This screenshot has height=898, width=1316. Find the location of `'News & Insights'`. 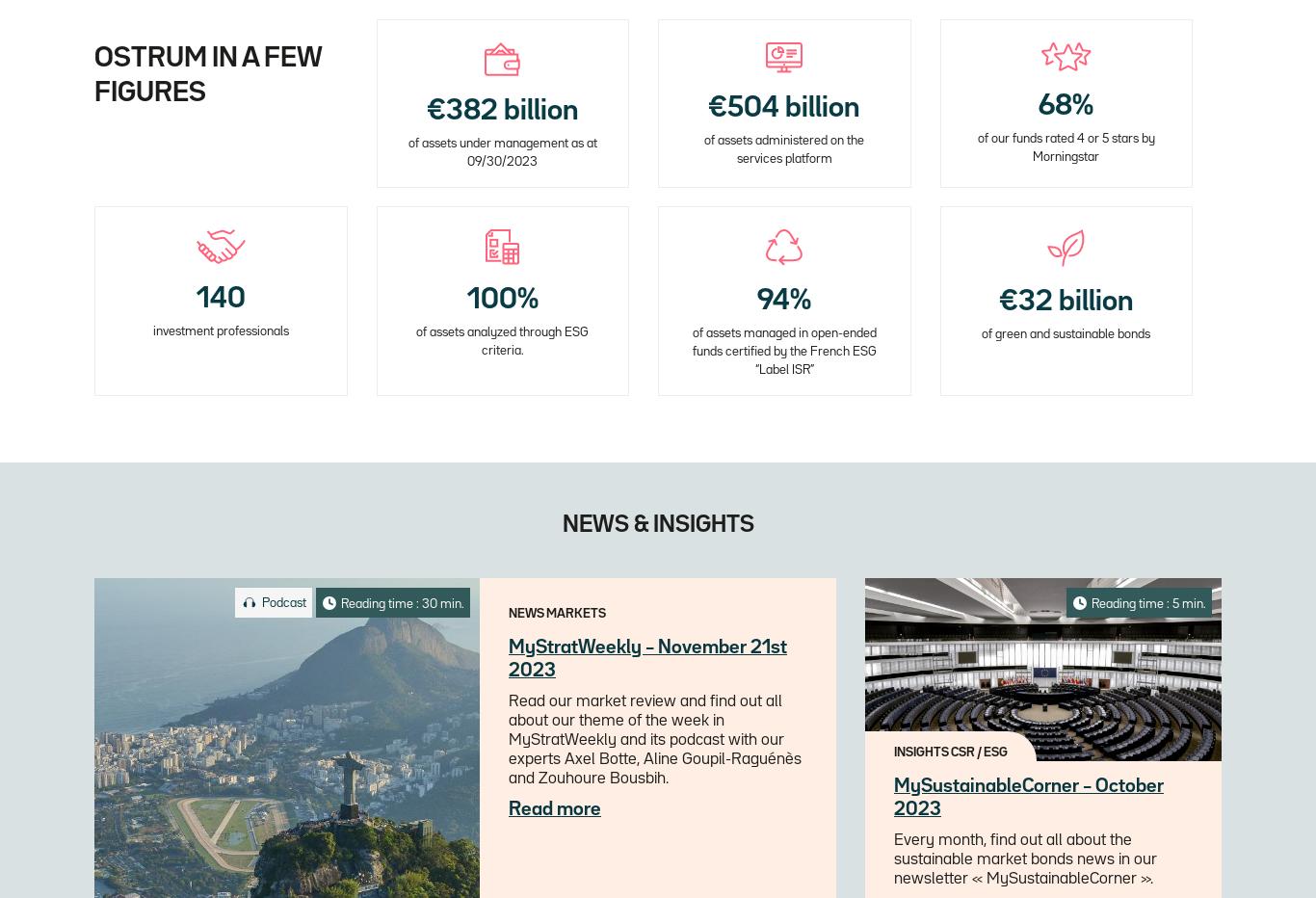

'News & Insights' is located at coordinates (656, 524).